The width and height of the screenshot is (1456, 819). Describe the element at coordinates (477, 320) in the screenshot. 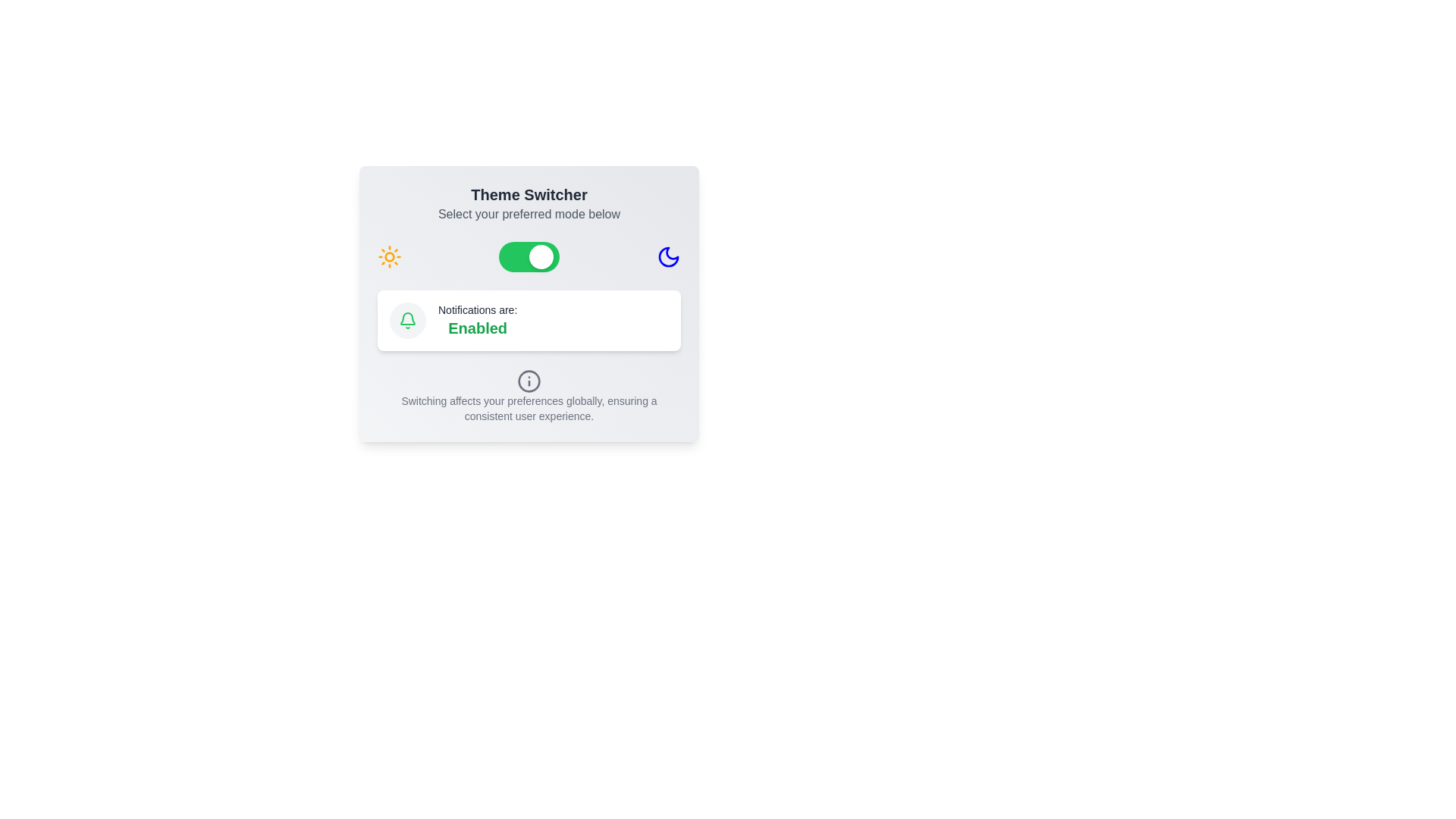

I see `text label indicating the notification state, which shows 'Notifications are:' in a smaller font and 'Enabled' in a larger, bold, green font` at that location.